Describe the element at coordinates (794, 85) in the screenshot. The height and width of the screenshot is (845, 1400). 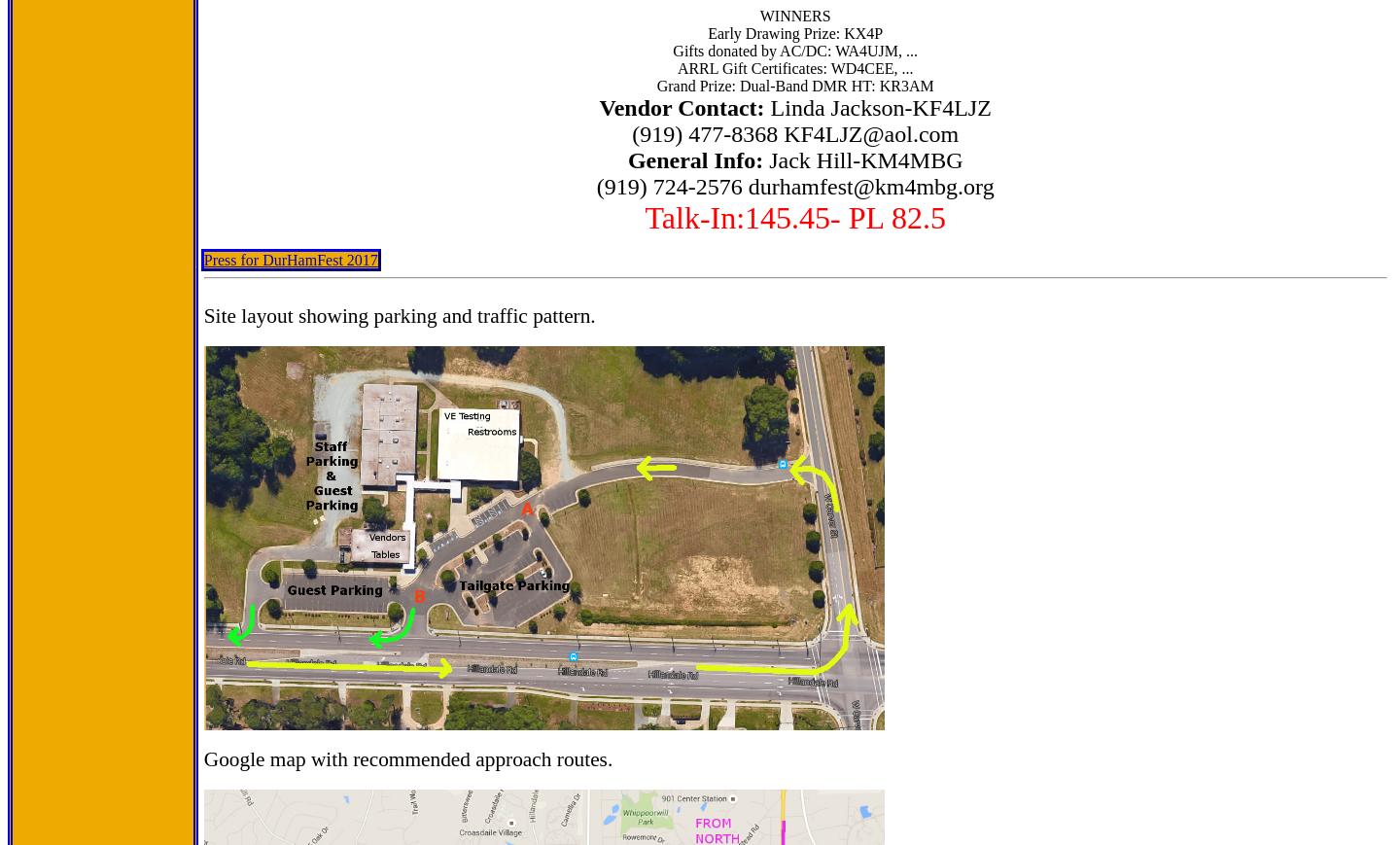
I see `'Grand Prize: Dual-Band DMR HT: KR3AM'` at that location.